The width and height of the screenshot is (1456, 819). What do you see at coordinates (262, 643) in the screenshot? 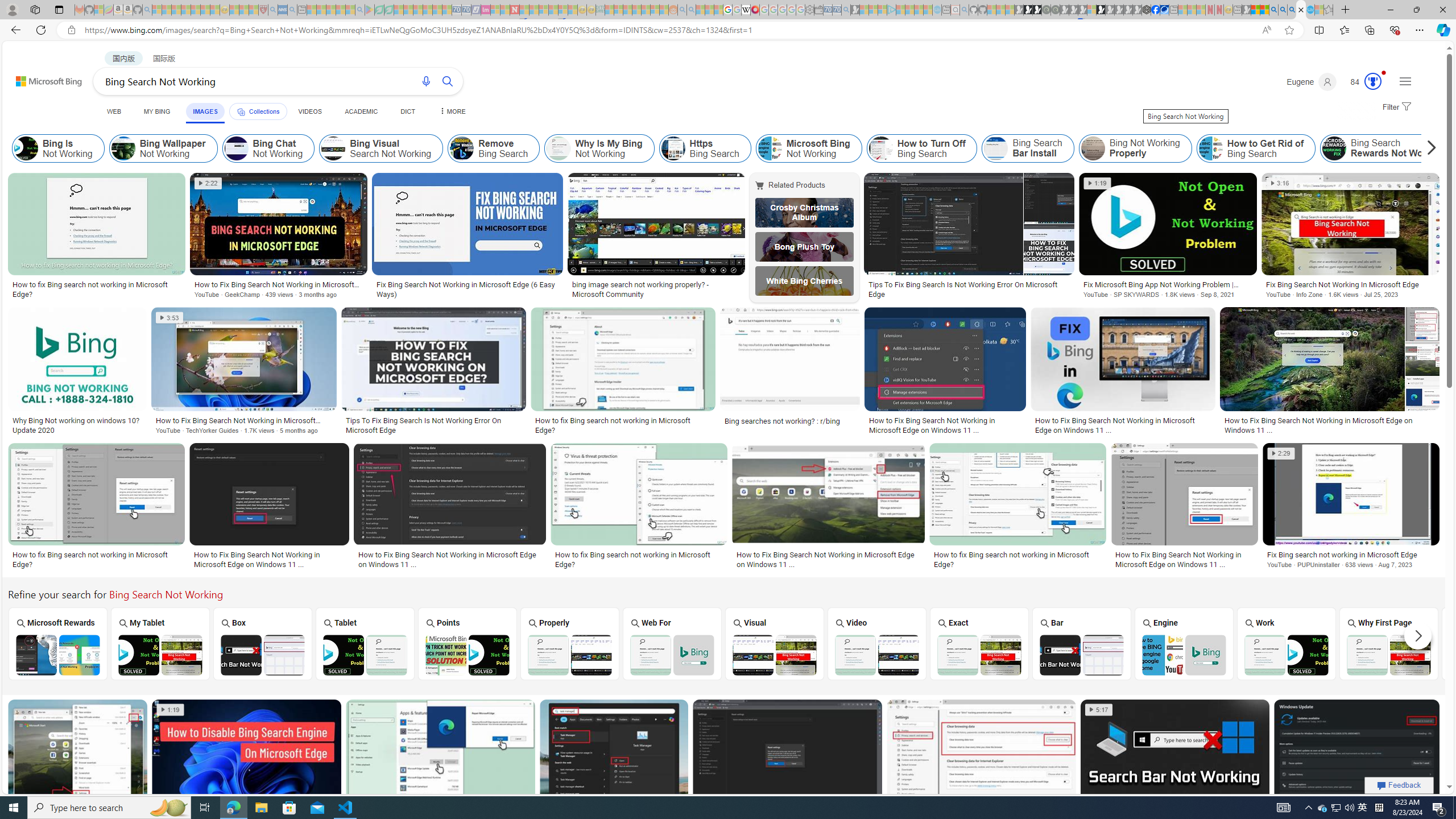
I see `'Bing Search Box Not Working Box'` at bounding box center [262, 643].